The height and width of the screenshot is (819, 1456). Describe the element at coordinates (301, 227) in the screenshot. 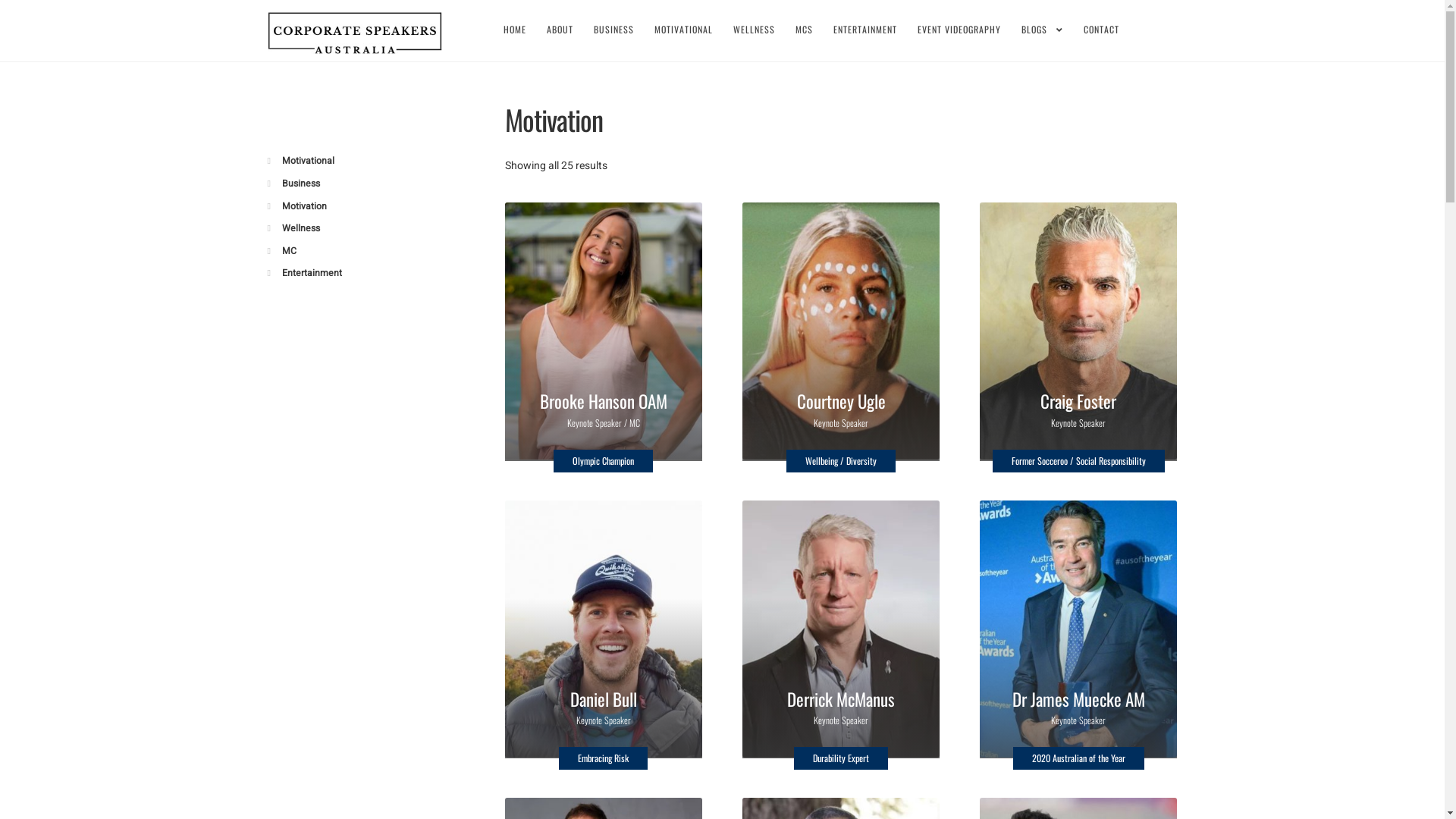

I see `'Wellness'` at that location.